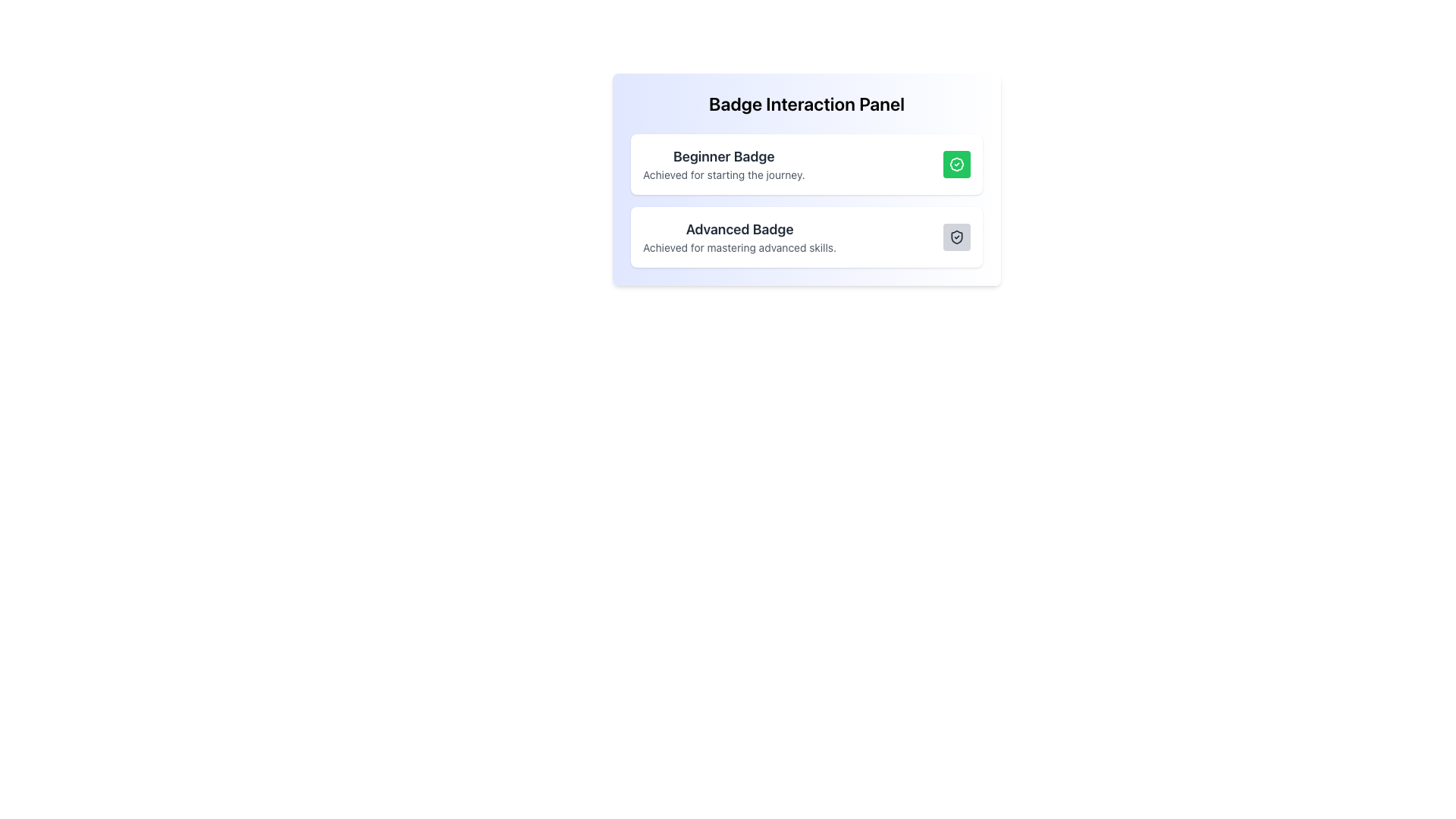 This screenshot has height=819, width=1456. Describe the element at coordinates (723, 157) in the screenshot. I see `title text label that identifies the 'Beginner Badge' category, located in the upper part of the 'Badge Interaction Panel'` at that location.